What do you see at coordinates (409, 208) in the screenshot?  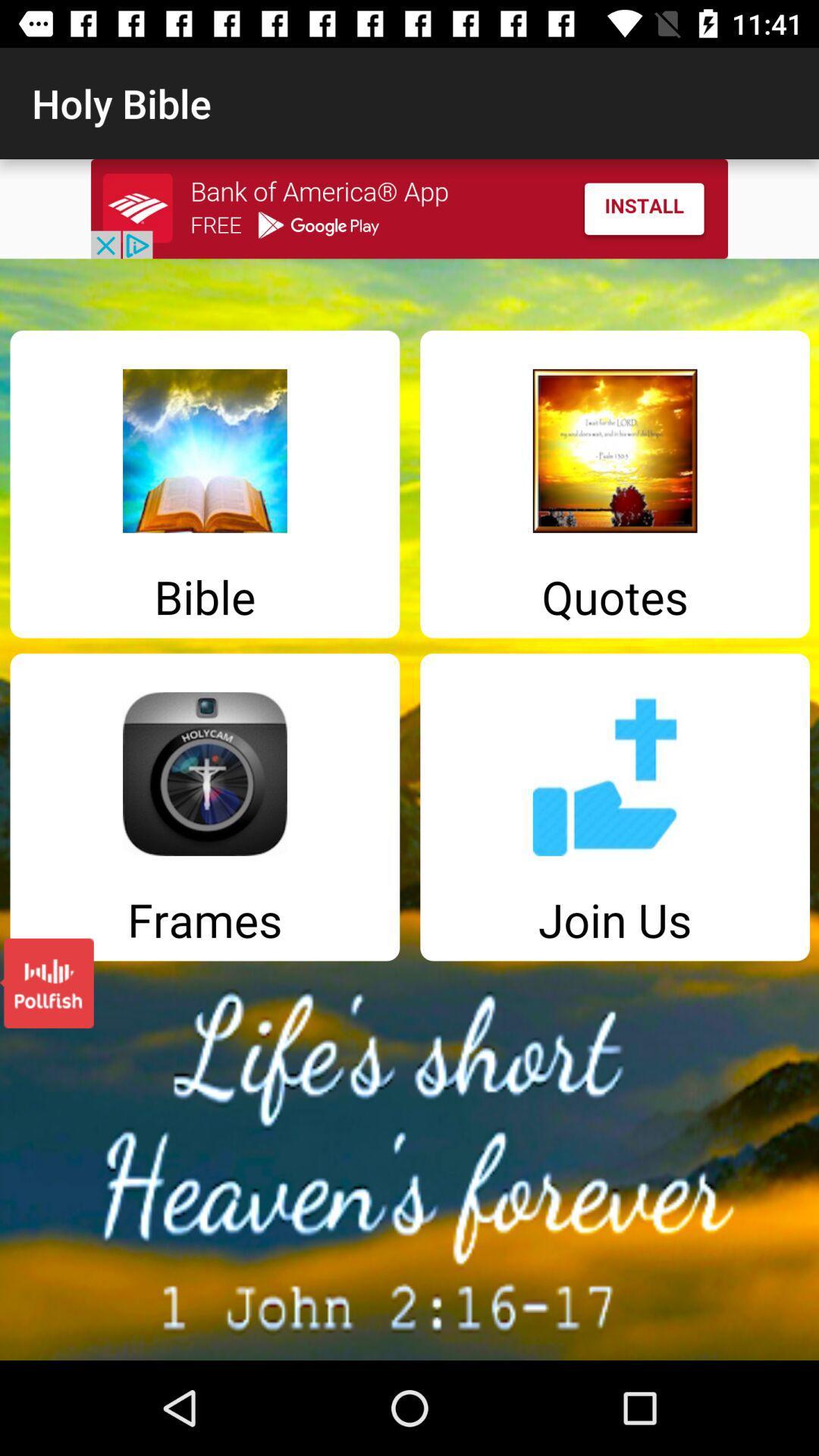 I see `install bank of america app` at bounding box center [409, 208].